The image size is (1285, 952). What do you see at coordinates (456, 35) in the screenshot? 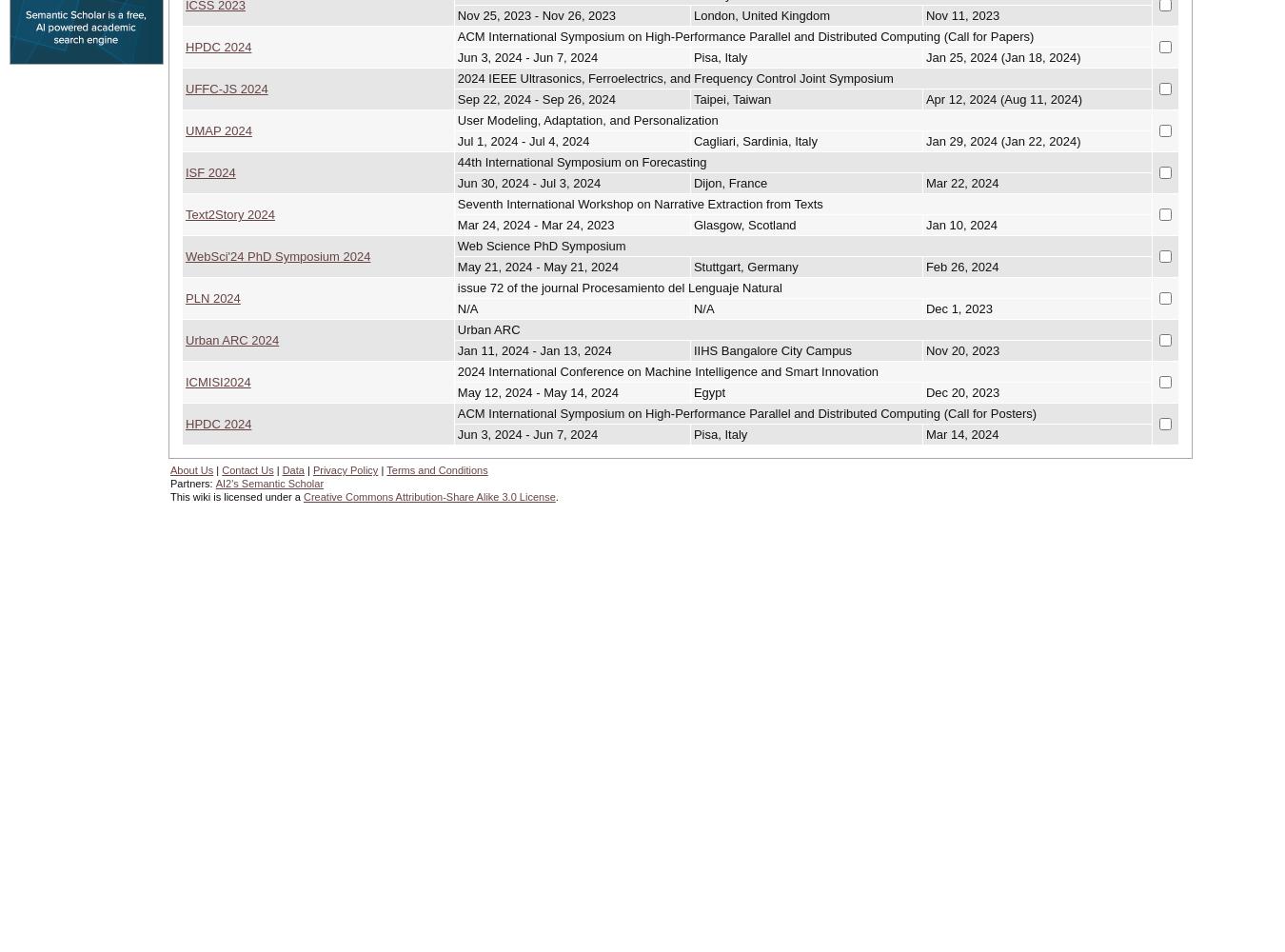
I see `'ACM International Symposium on High-Performance Parallel and Distributed Computing (Call for Papers)'` at bounding box center [456, 35].